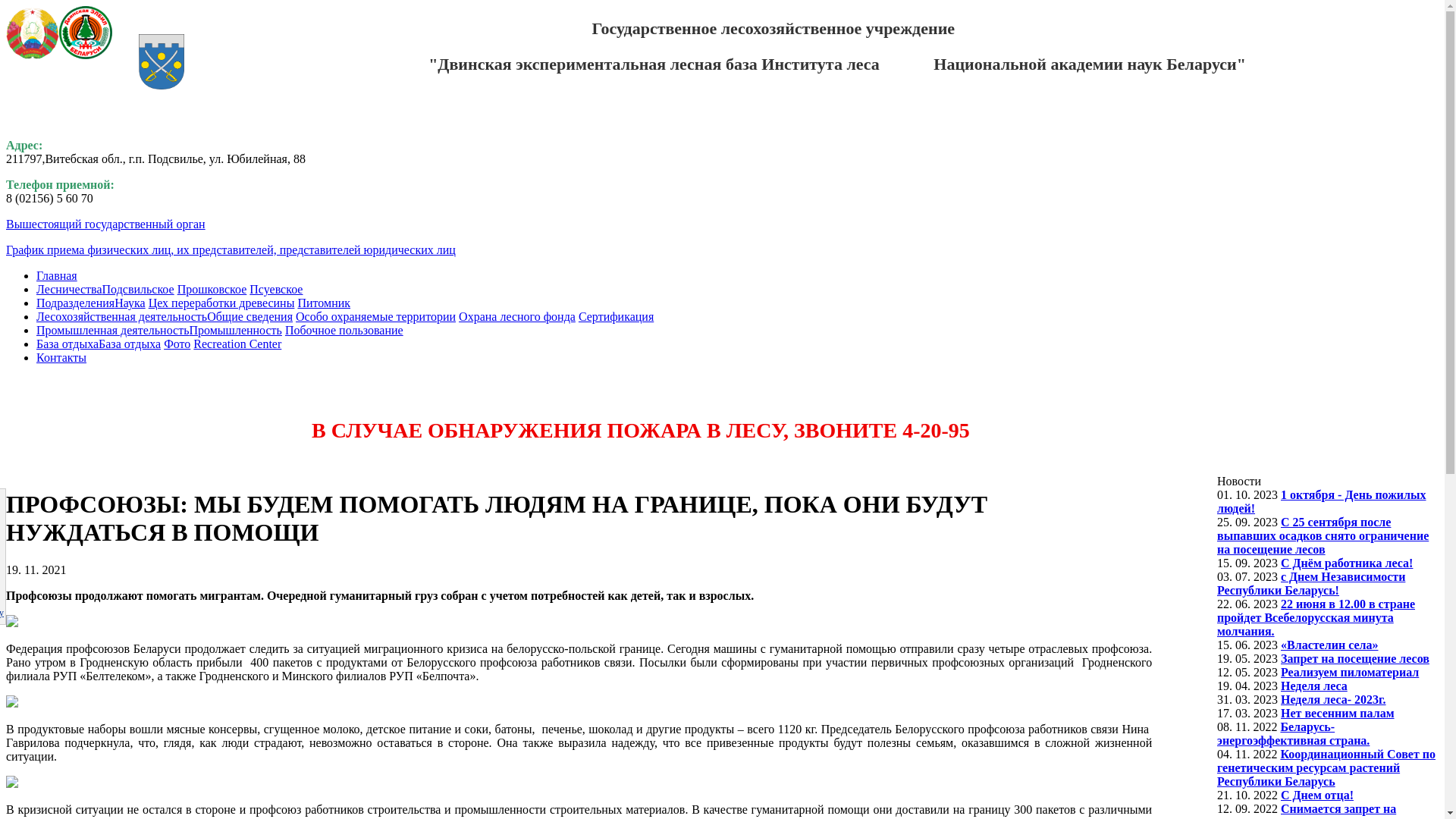  I want to click on 'Recreation Center', so click(236, 344).